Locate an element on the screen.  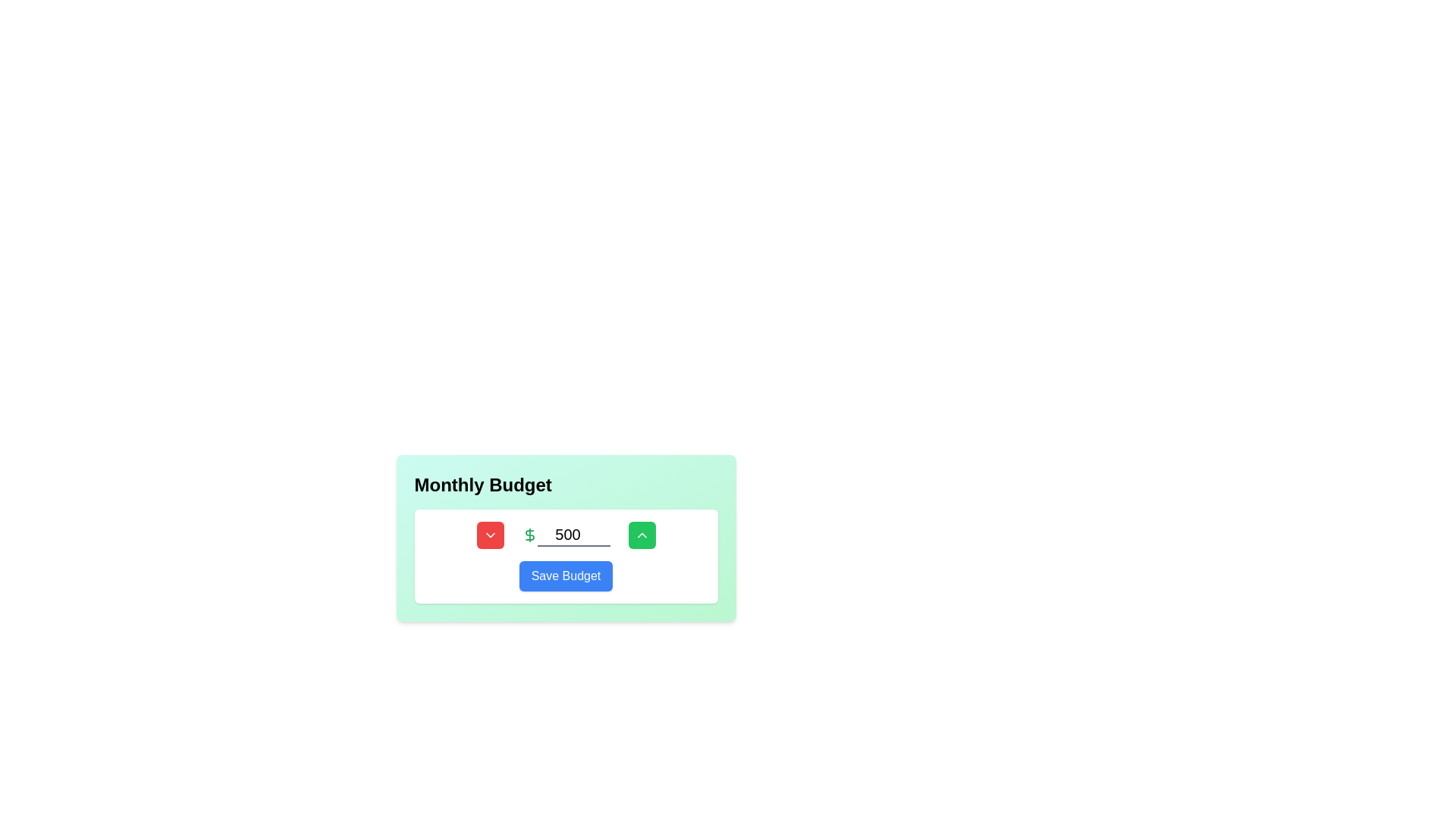
the submit button located in the lower section of the card-like structure with a light green background is located at coordinates (565, 576).